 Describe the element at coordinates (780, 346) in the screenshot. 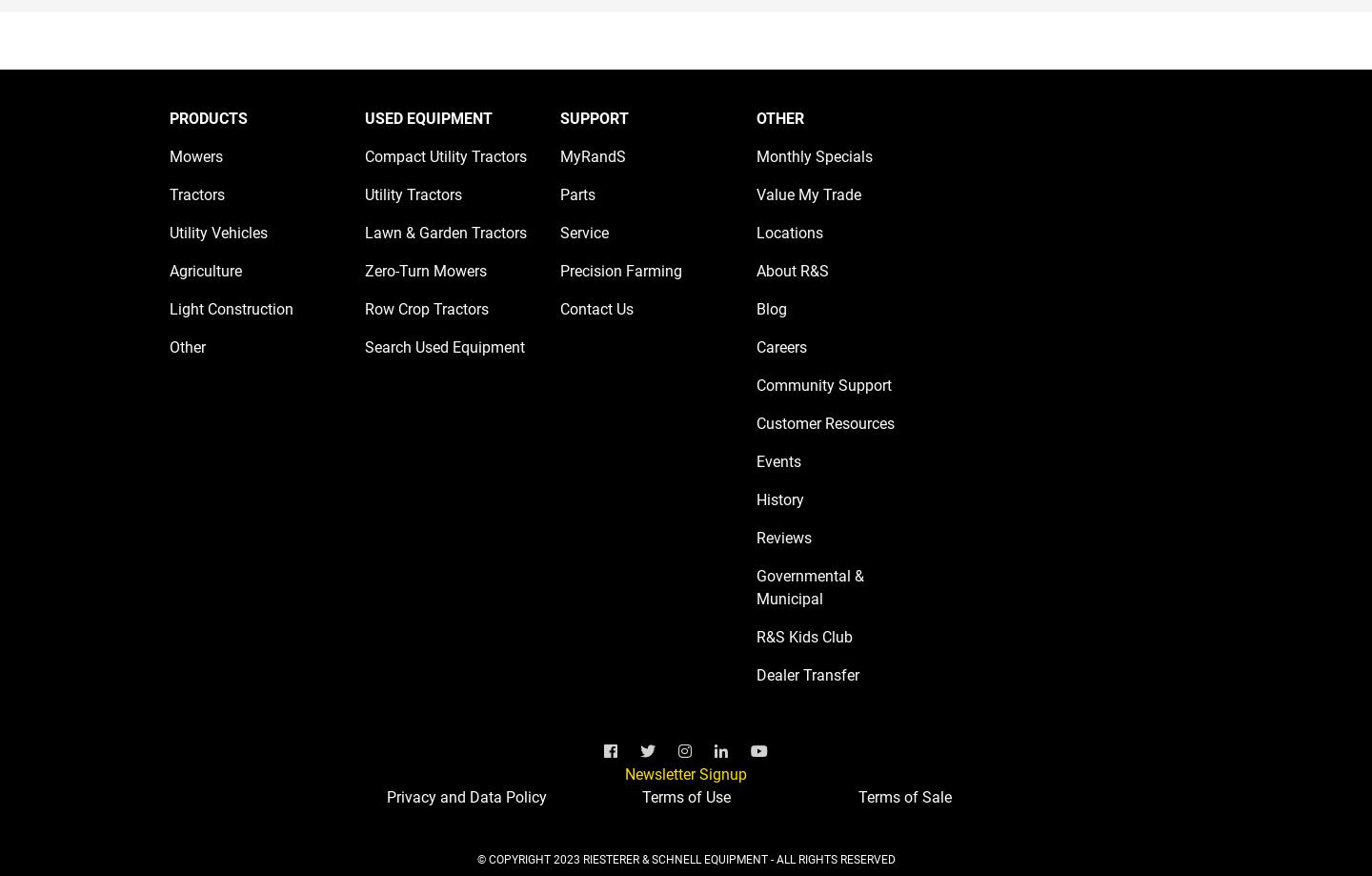

I see `'Careers'` at that location.